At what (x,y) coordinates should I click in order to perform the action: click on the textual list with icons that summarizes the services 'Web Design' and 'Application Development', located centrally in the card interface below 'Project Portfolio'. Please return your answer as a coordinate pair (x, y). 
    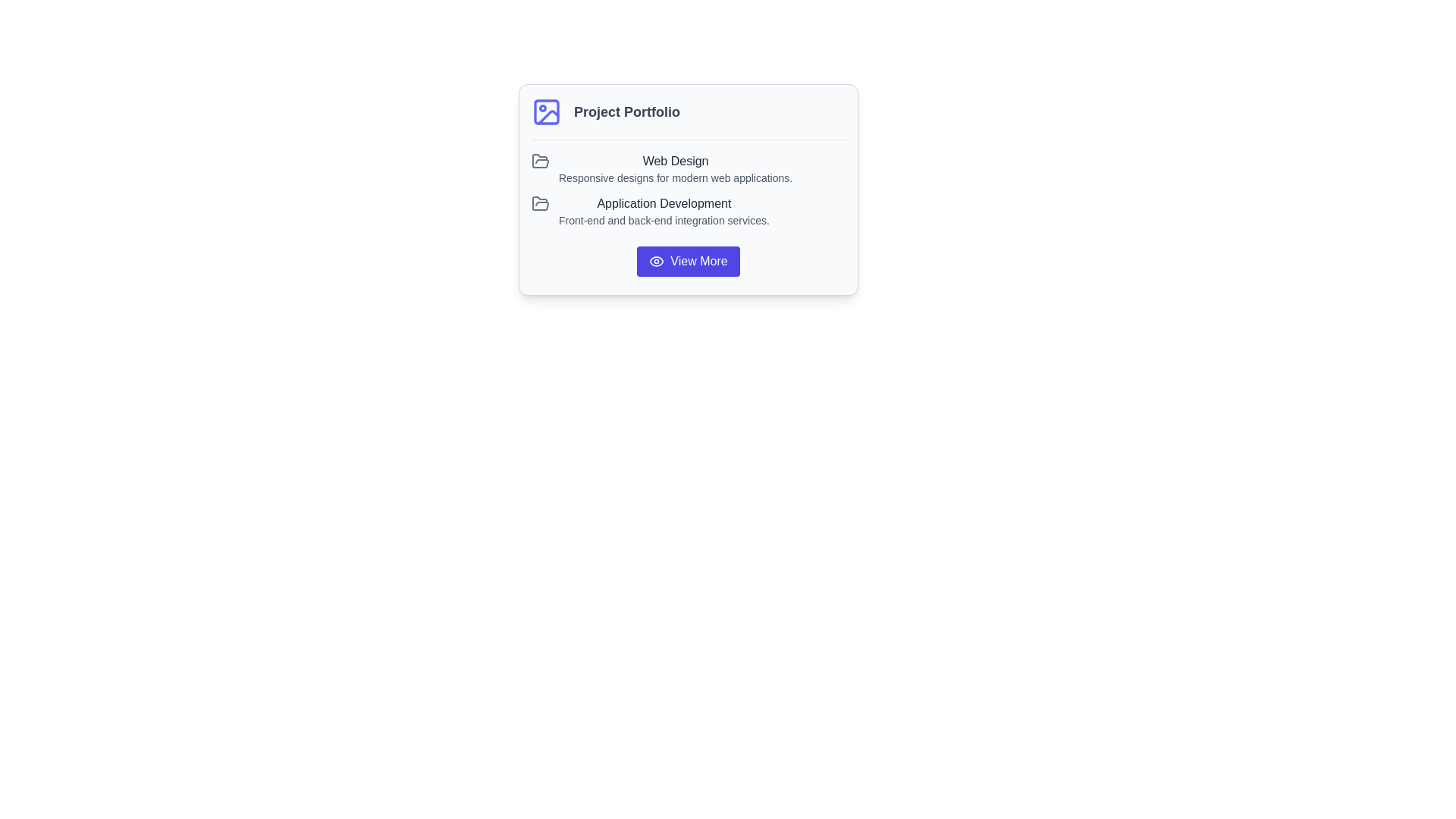
    Looking at the image, I should click on (687, 189).